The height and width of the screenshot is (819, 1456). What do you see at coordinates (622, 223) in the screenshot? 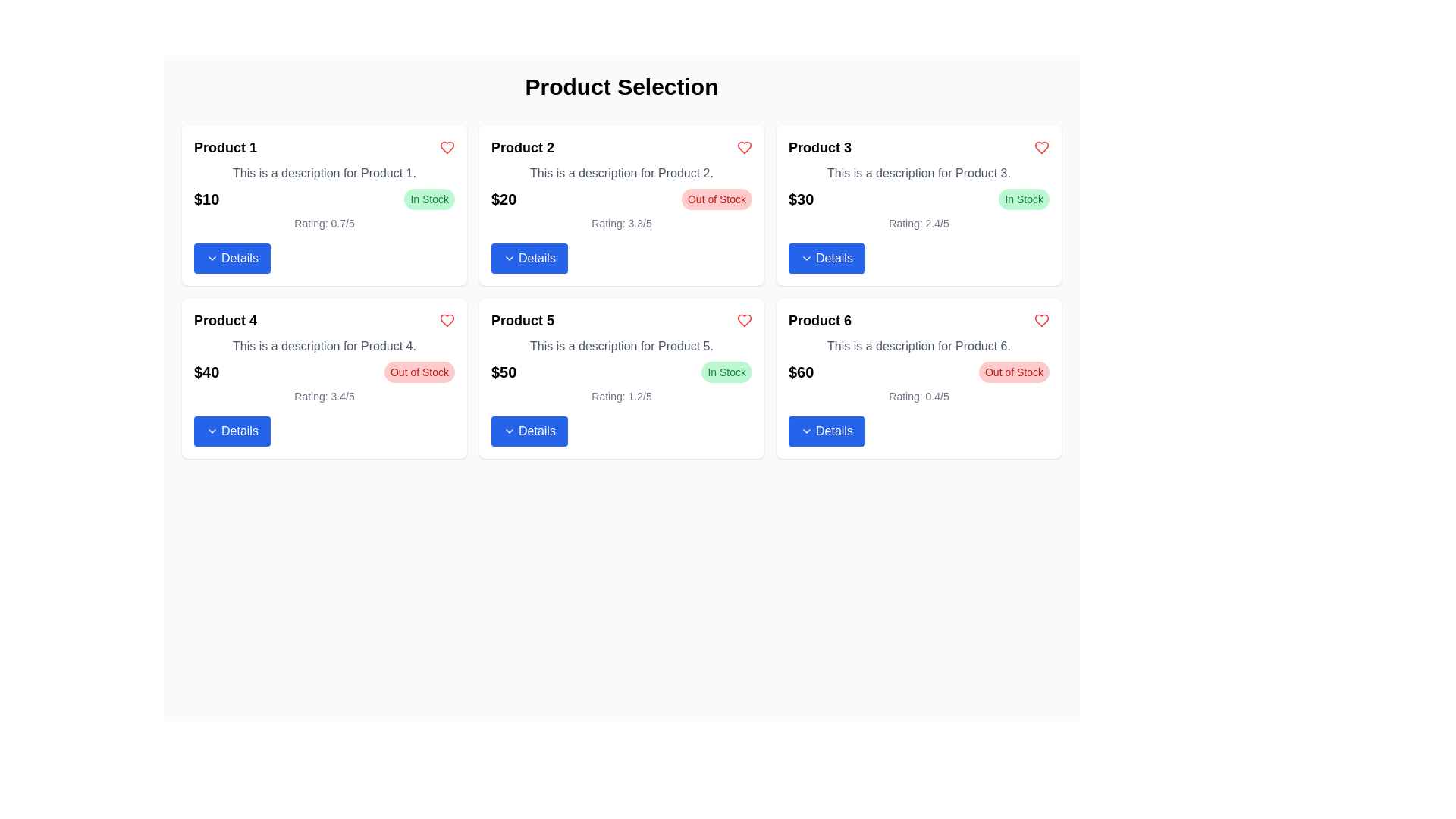
I see `the Text Display that shows the product rating for 'Product 2', located below the price '$20' and stock status 'Out of Stock', and above the 'Details' button` at bounding box center [622, 223].